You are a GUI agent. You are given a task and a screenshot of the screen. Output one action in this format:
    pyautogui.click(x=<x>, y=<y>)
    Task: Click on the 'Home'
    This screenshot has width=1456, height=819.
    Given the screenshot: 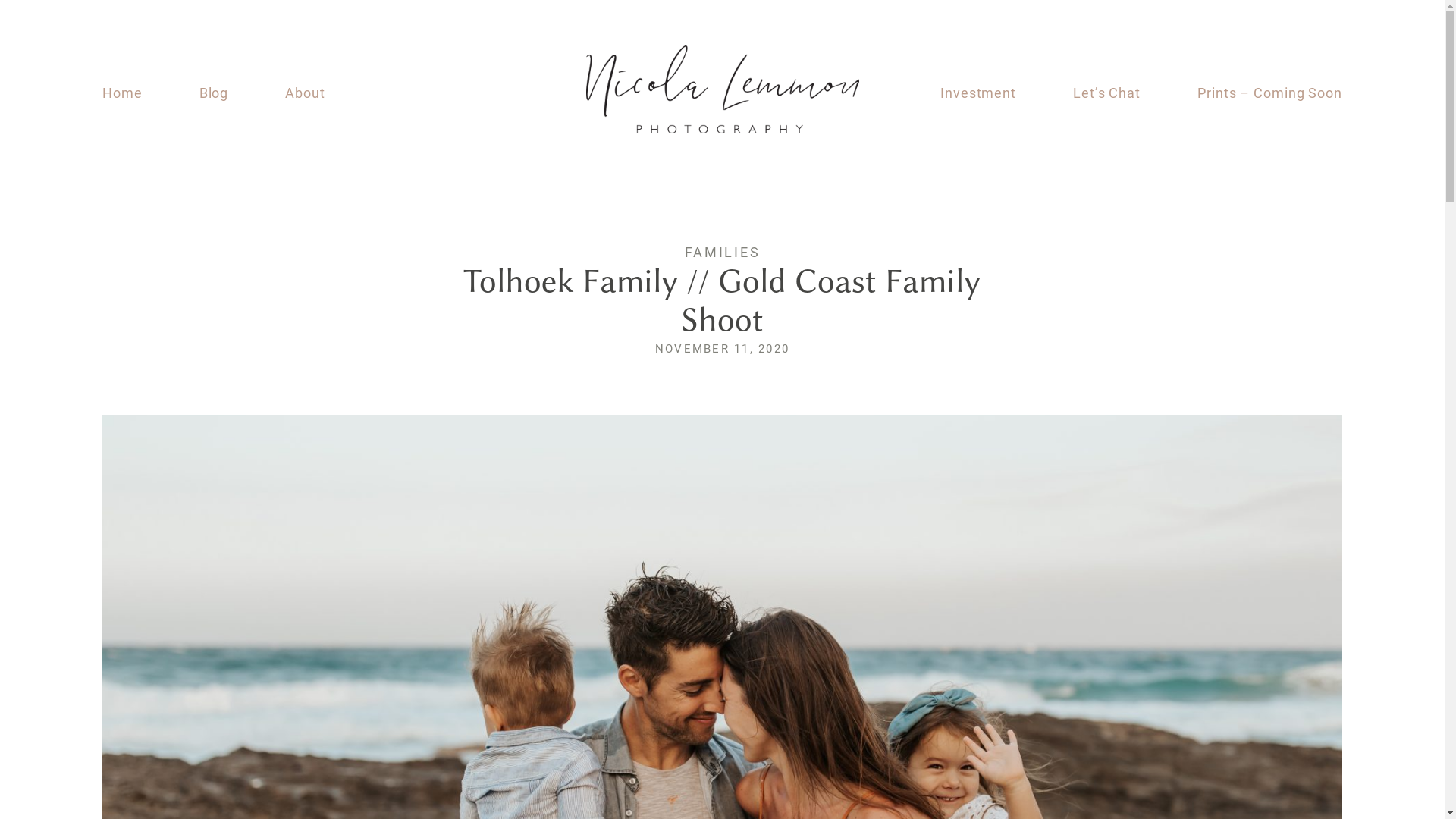 What is the action you would take?
    pyautogui.click(x=122, y=93)
    